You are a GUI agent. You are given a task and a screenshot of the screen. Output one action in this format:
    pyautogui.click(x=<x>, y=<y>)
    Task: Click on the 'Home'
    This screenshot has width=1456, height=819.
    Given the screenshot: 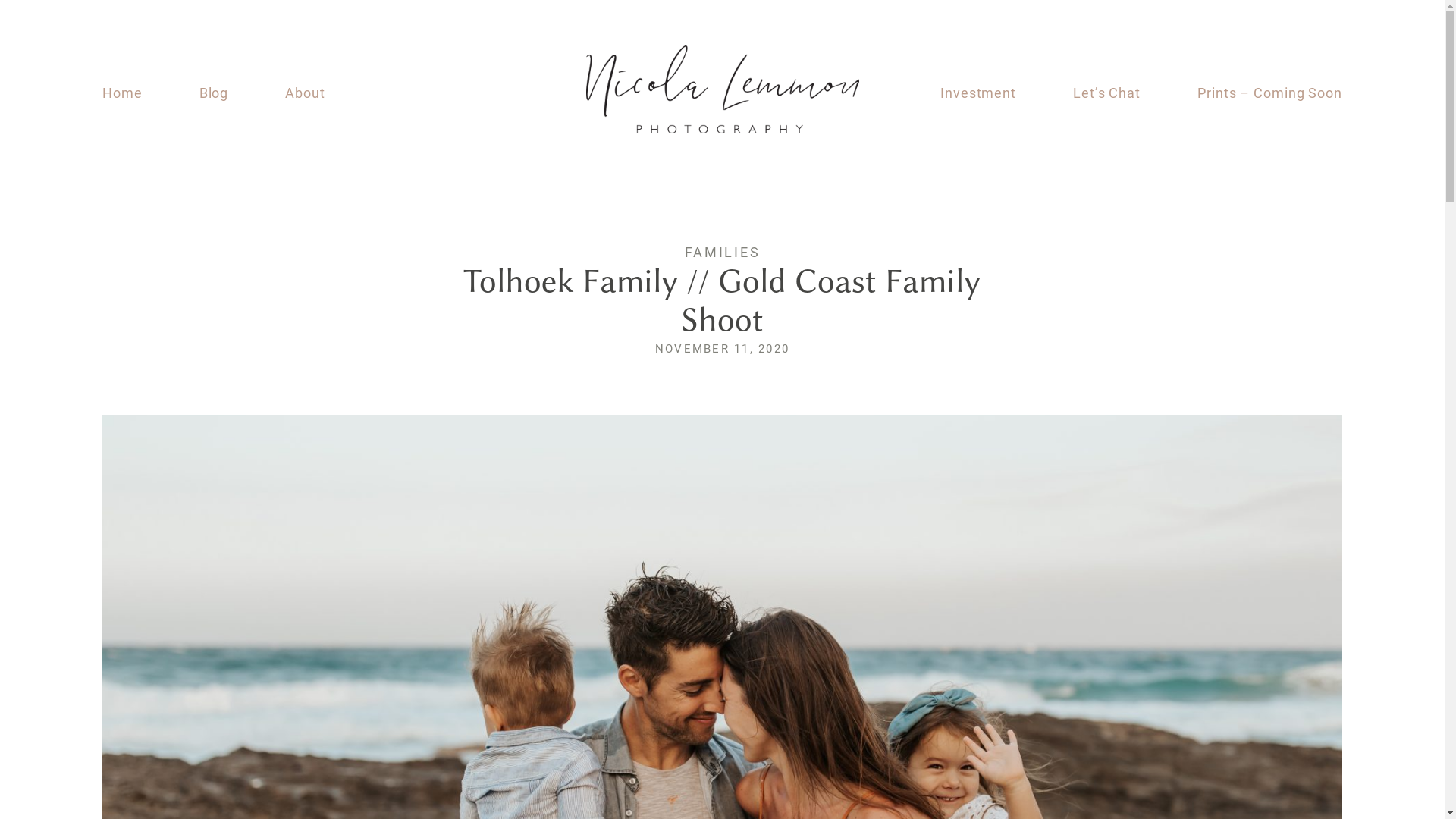 What is the action you would take?
    pyautogui.click(x=122, y=93)
    